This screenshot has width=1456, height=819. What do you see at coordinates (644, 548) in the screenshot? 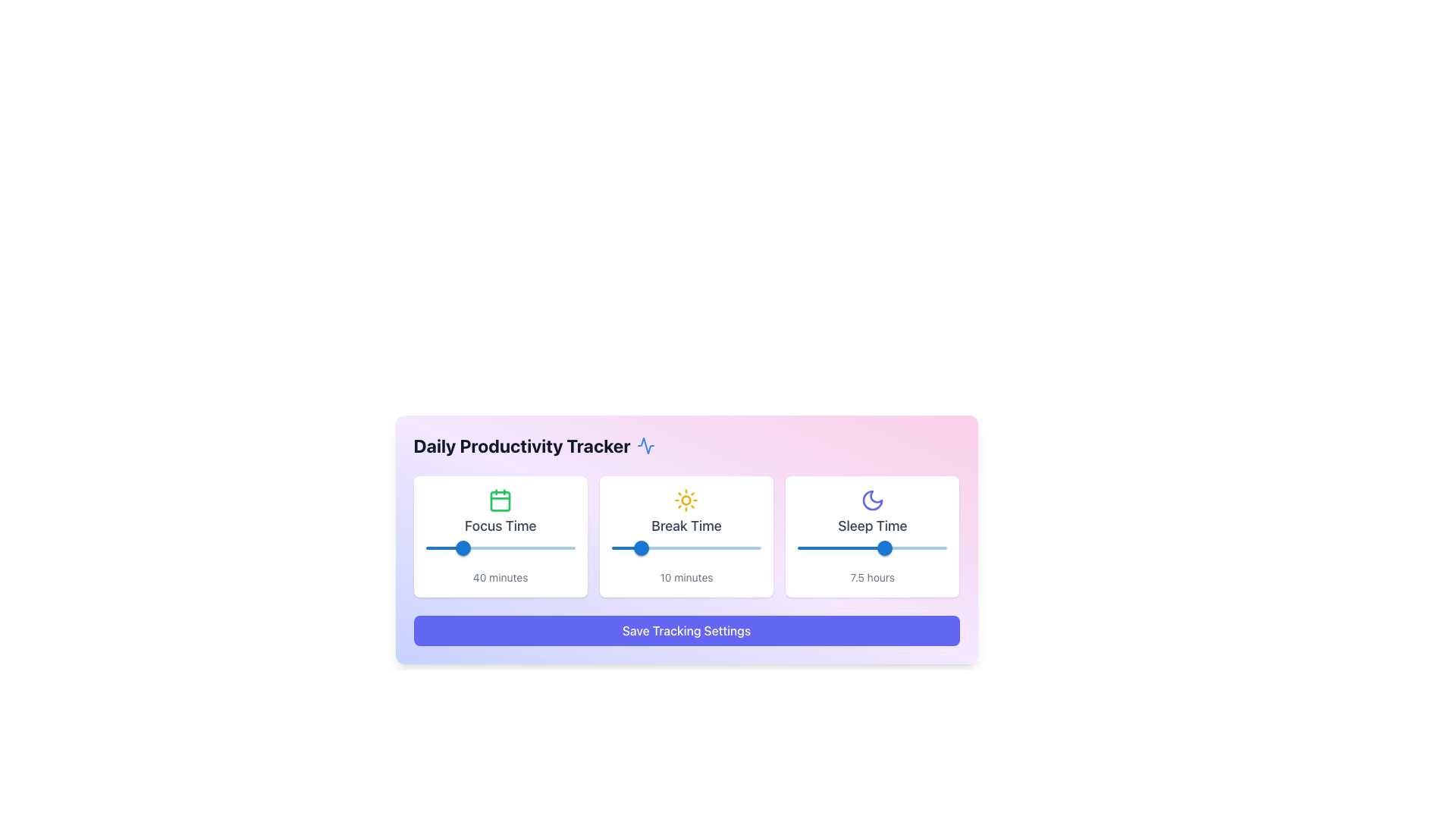
I see `break time` at bounding box center [644, 548].